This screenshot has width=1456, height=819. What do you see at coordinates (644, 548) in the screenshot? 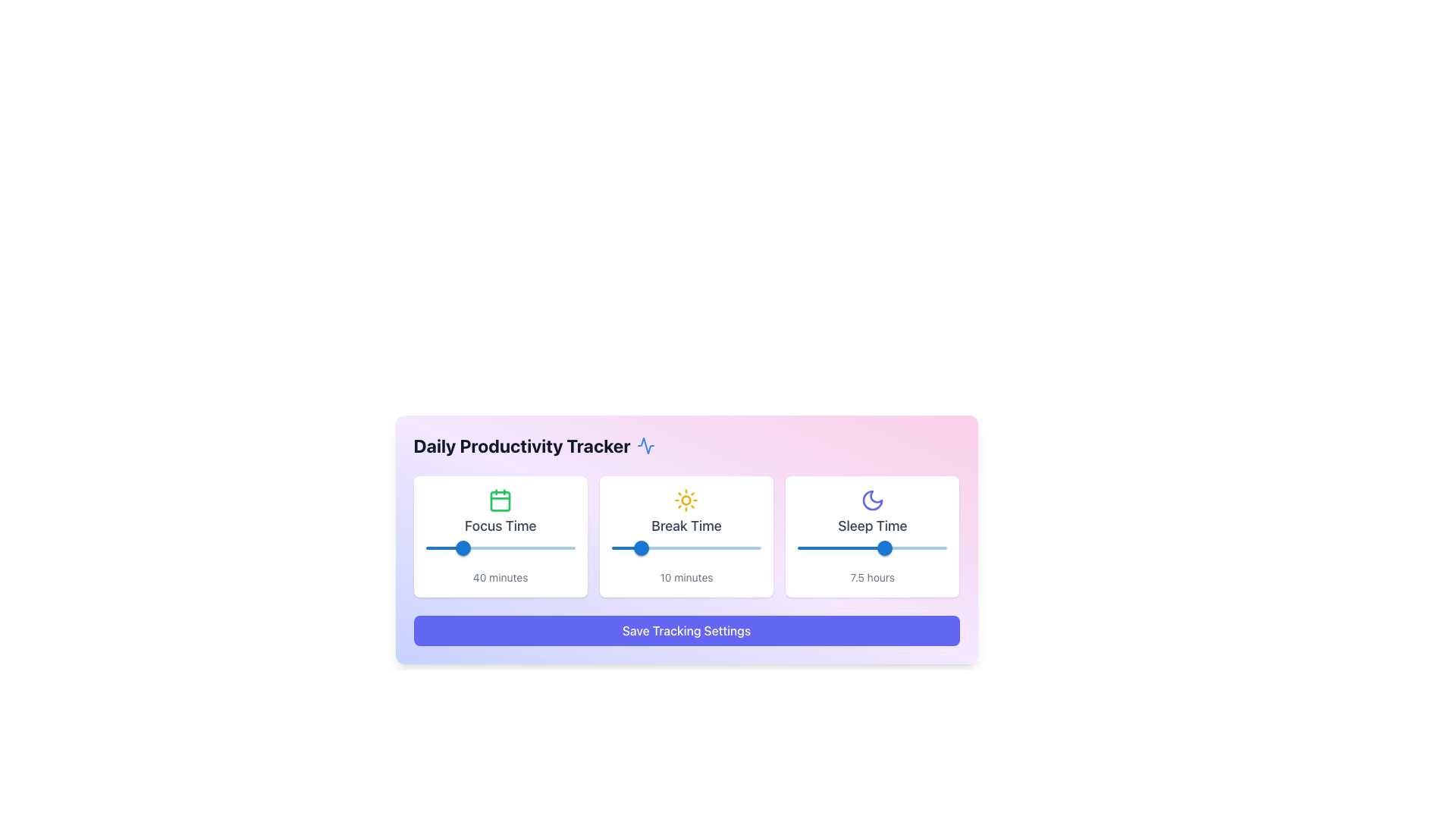
I see `break time` at bounding box center [644, 548].